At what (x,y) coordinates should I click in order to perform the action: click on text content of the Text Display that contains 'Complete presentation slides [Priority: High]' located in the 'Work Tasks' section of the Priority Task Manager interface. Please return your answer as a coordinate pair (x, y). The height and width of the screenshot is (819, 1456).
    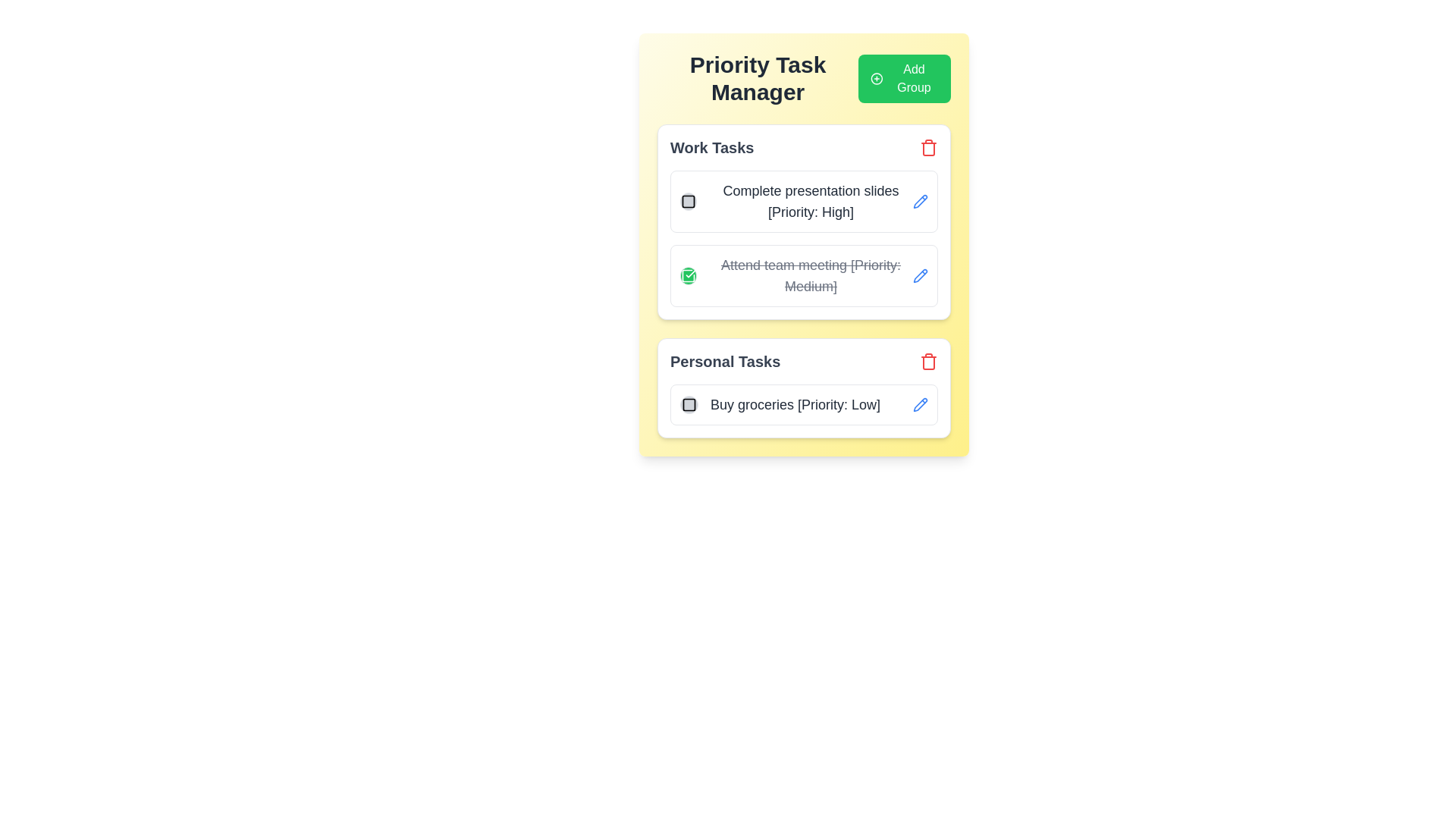
    Looking at the image, I should click on (810, 201).